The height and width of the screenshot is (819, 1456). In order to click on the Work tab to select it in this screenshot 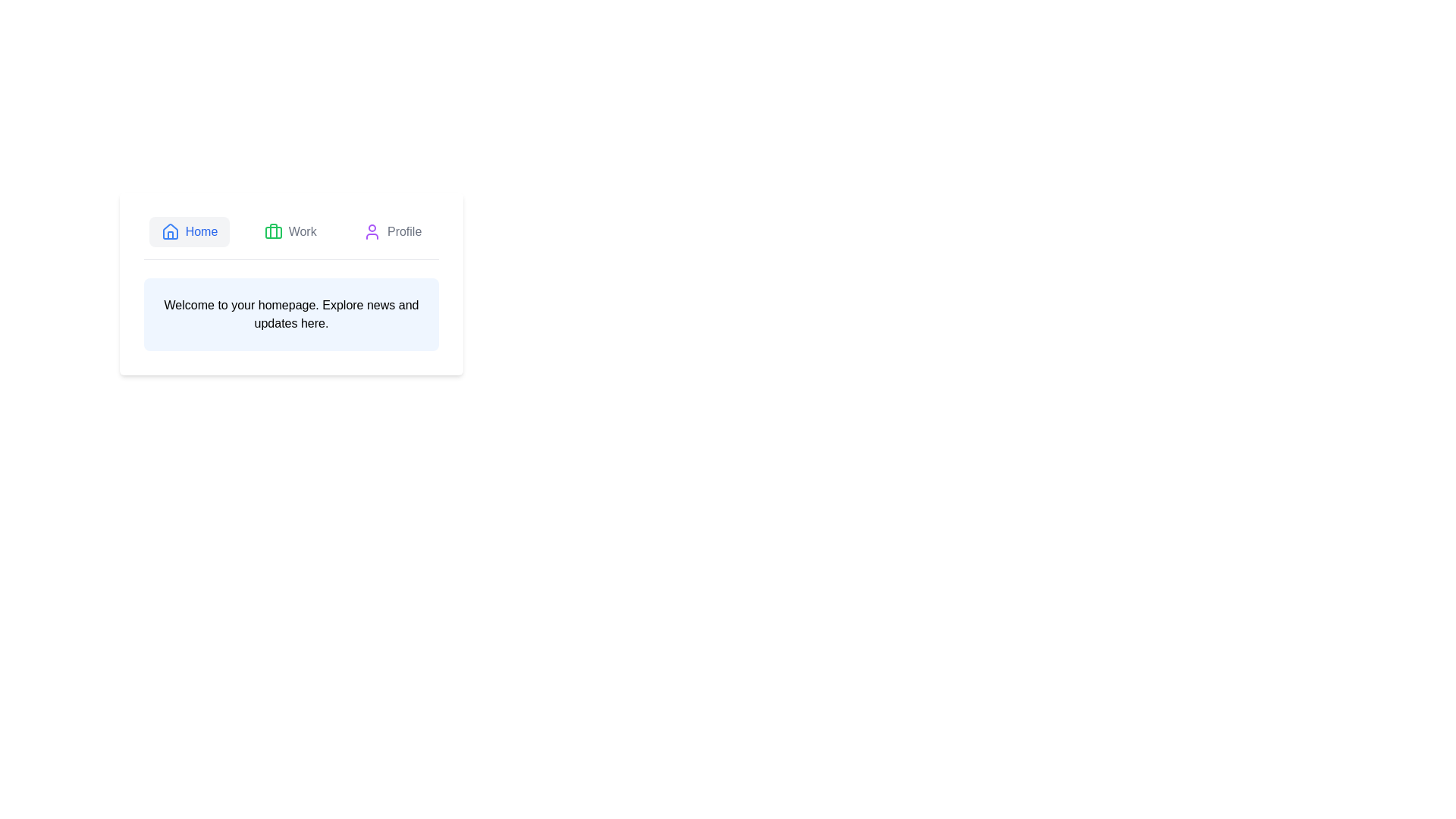, I will do `click(290, 231)`.